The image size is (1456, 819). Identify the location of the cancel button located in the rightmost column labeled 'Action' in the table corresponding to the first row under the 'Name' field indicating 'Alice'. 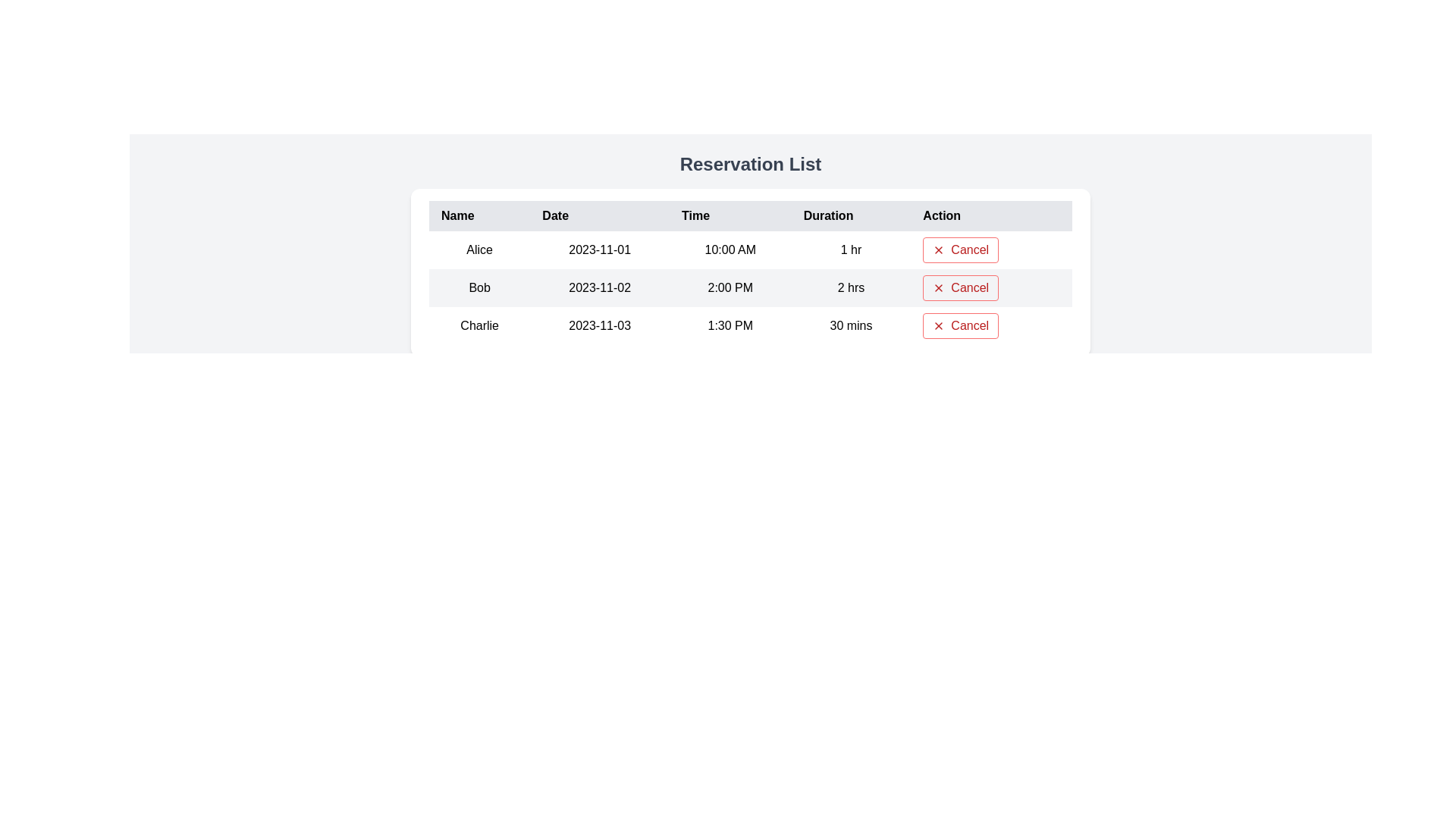
(960, 249).